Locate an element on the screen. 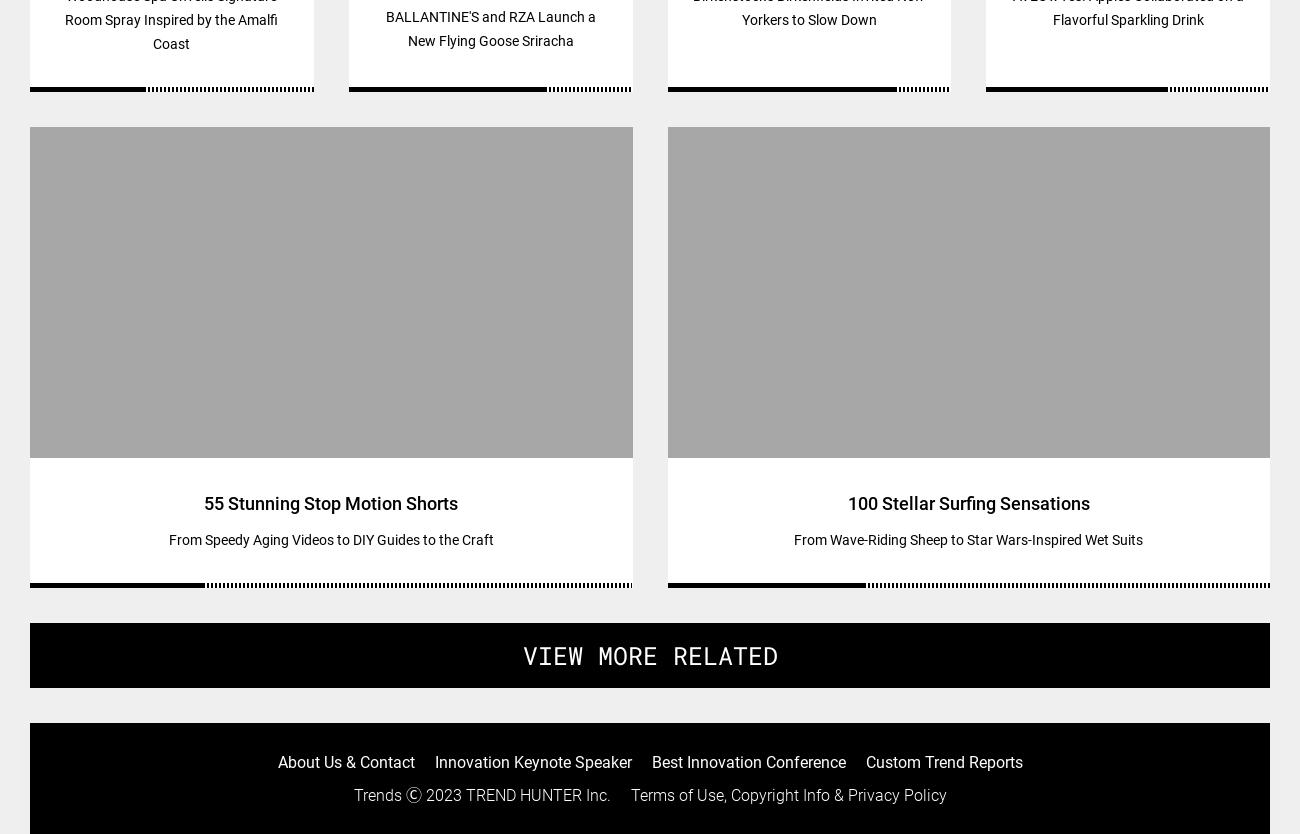  'Trends' is located at coordinates (376, 794).